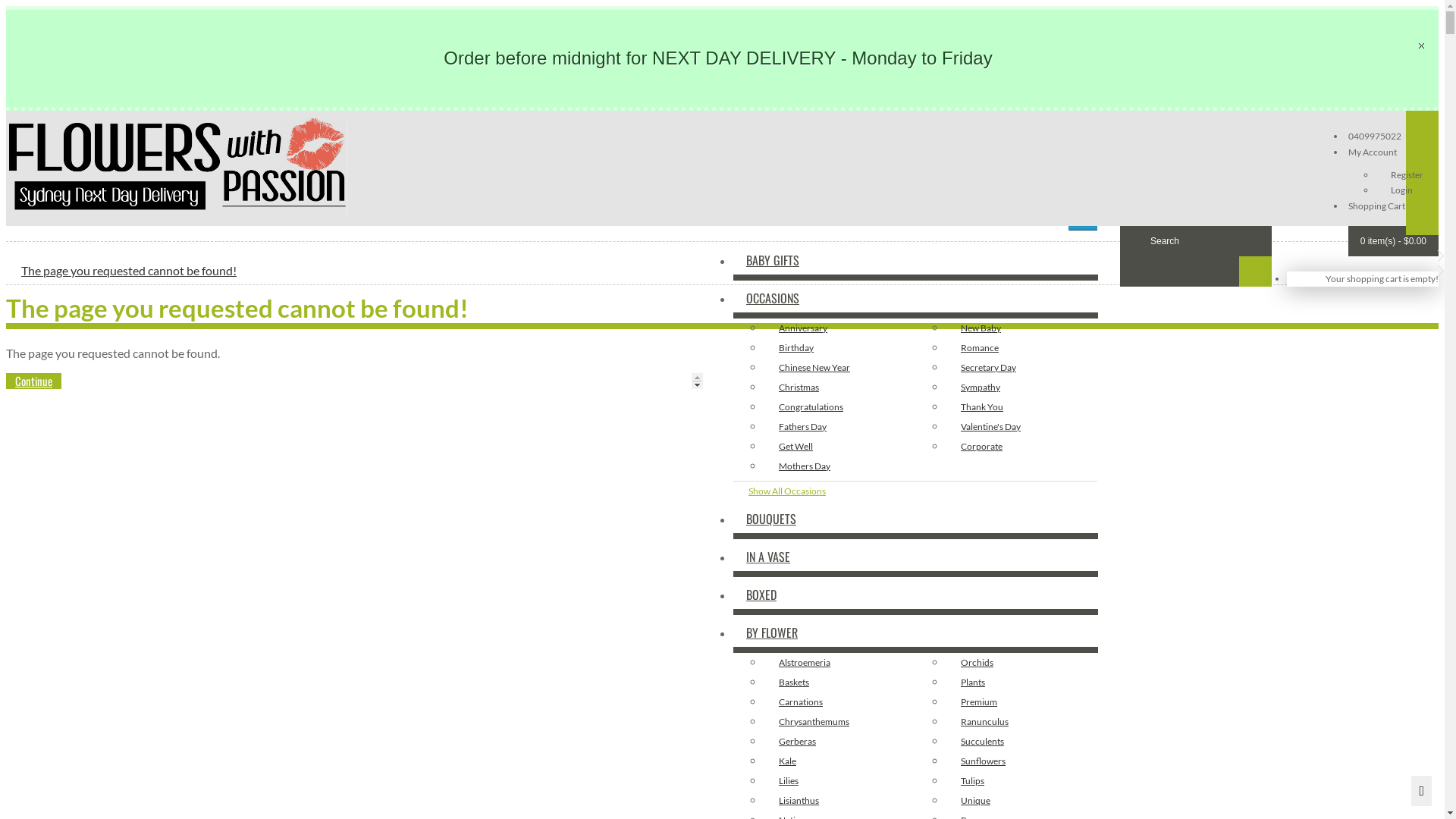 Image resolution: width=1456 pixels, height=819 pixels. What do you see at coordinates (839, 799) in the screenshot?
I see `'Lisianthus'` at bounding box center [839, 799].